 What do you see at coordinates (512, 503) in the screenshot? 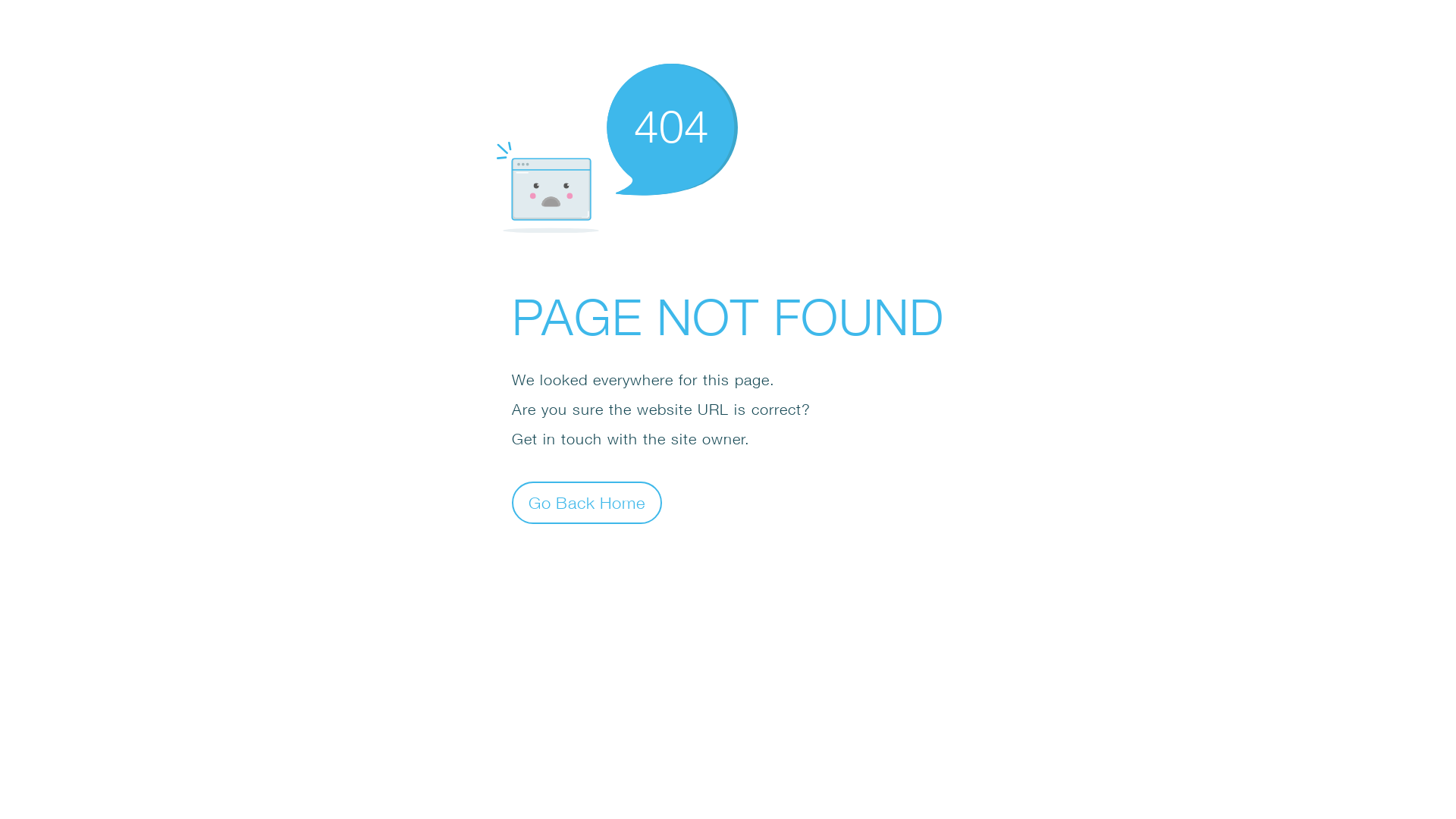
I see `'Go Back Home'` at bounding box center [512, 503].